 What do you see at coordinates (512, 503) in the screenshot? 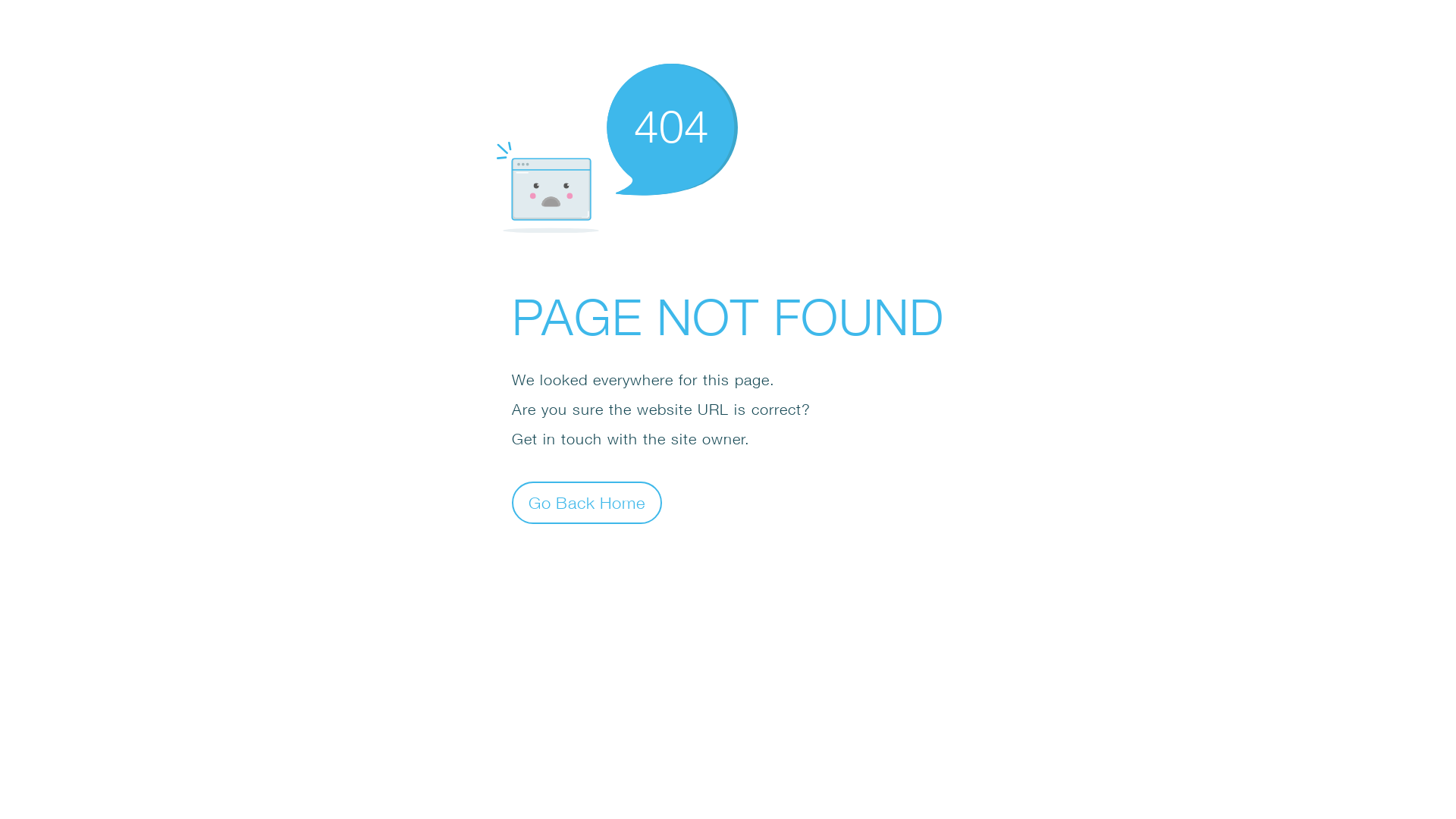
I see `'Go Back Home'` at bounding box center [512, 503].